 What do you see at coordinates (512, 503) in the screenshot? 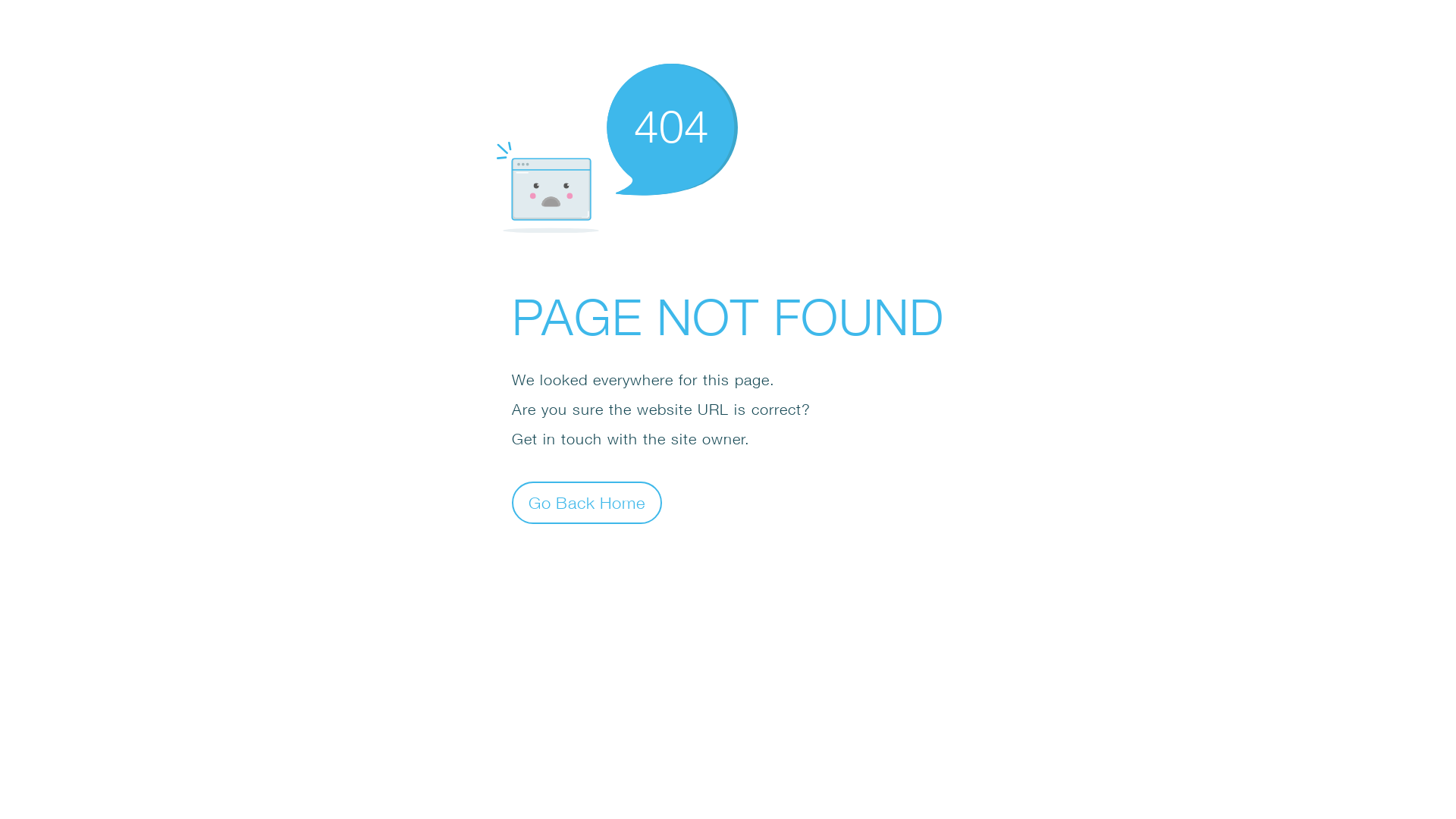
I see `'Go Back Home'` at bounding box center [512, 503].